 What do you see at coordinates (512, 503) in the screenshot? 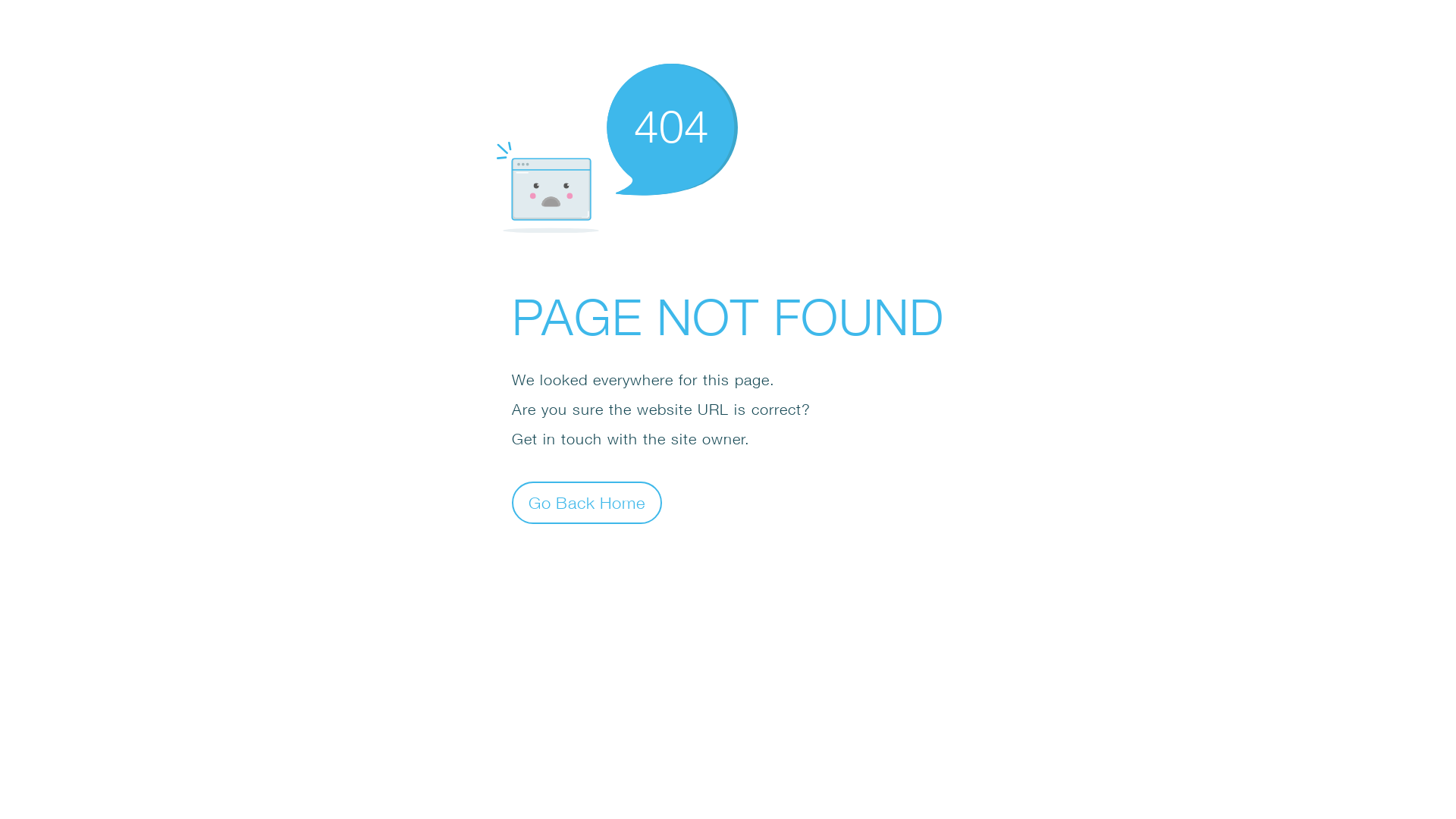
I see `'Go Back Home'` at bounding box center [512, 503].